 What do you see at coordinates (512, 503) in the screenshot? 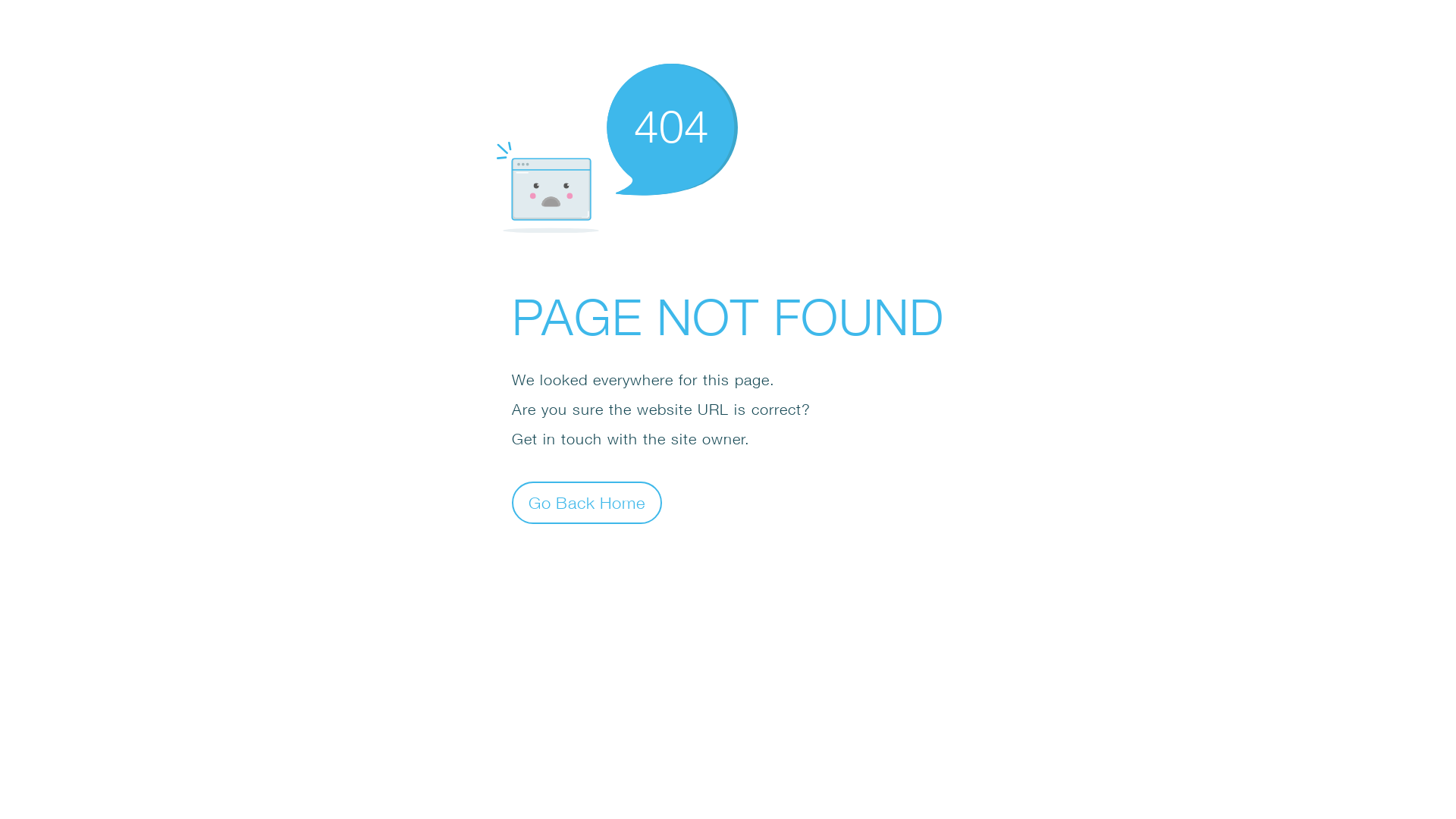
I see `'Go Back Home'` at bounding box center [512, 503].